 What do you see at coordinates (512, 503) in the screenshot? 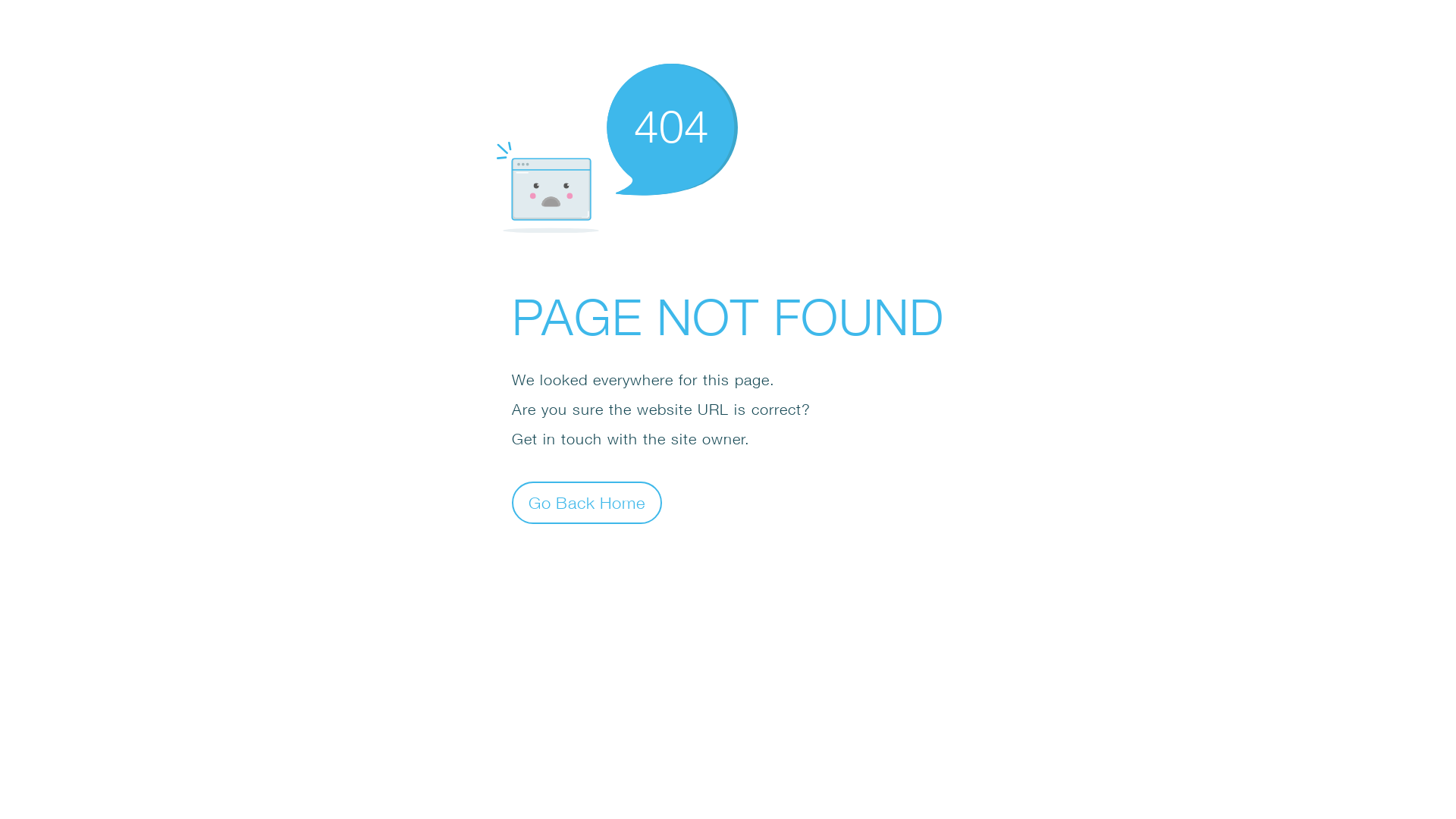
I see `'Go Back Home'` at bounding box center [512, 503].